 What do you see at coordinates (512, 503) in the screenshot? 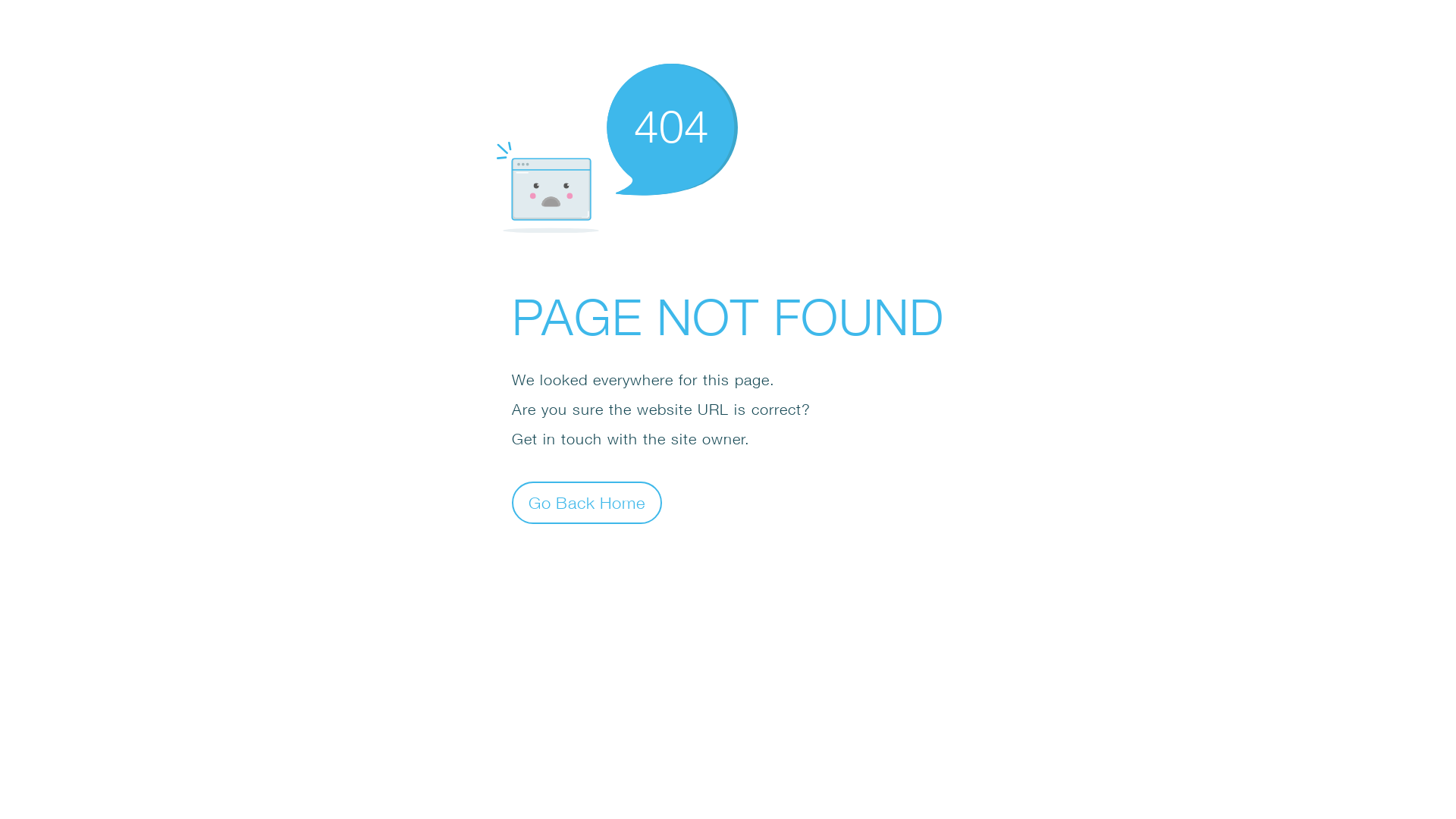
I see `'Go Back Home'` at bounding box center [512, 503].